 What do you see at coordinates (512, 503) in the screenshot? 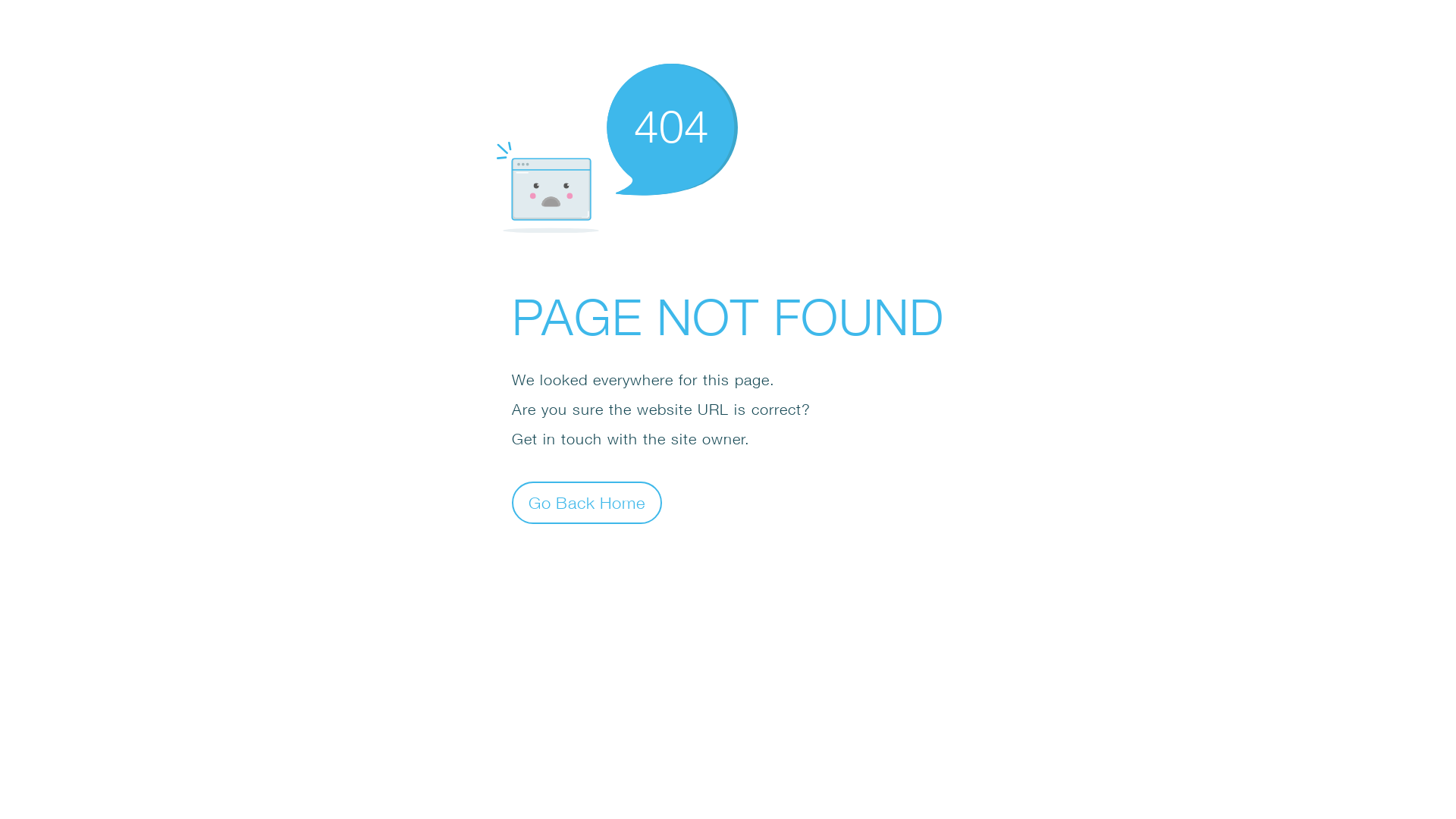
I see `'Go Back Home'` at bounding box center [512, 503].